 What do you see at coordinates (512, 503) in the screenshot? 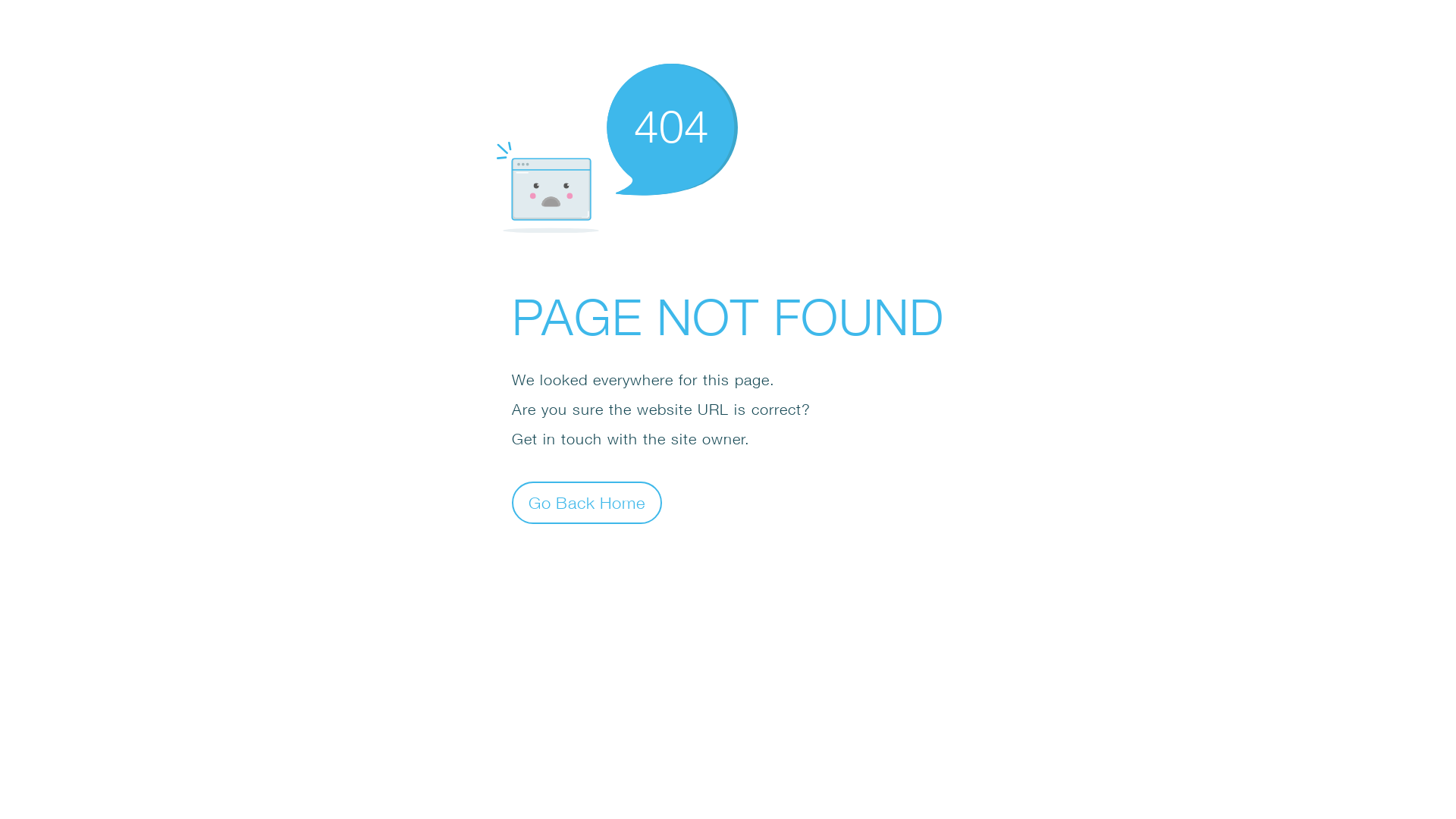
I see `'Go Back Home'` at bounding box center [512, 503].